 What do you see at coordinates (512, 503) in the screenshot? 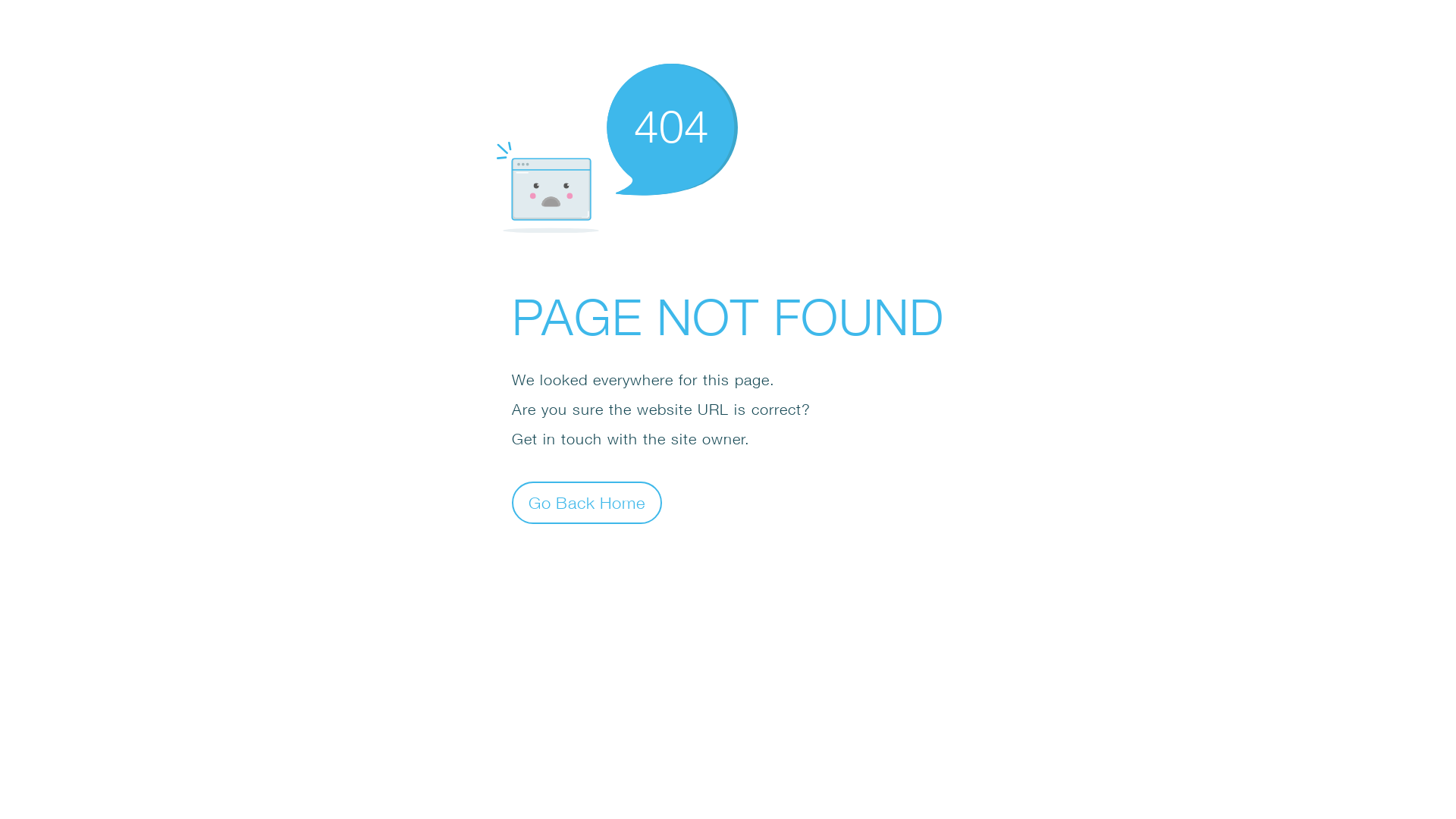
I see `'Go Back Home'` at bounding box center [512, 503].